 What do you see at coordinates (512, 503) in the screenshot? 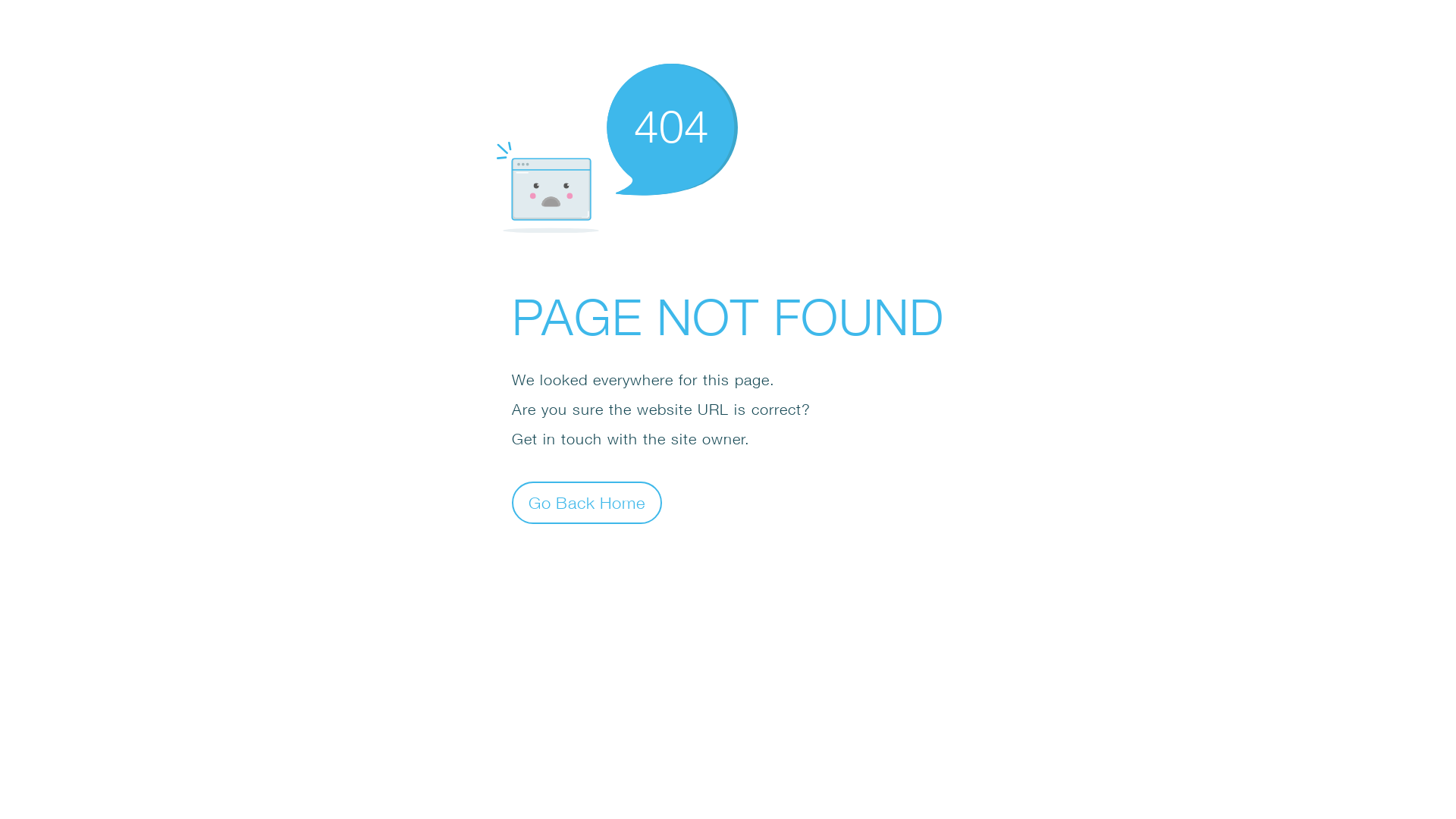
I see `'Go Back Home'` at bounding box center [512, 503].